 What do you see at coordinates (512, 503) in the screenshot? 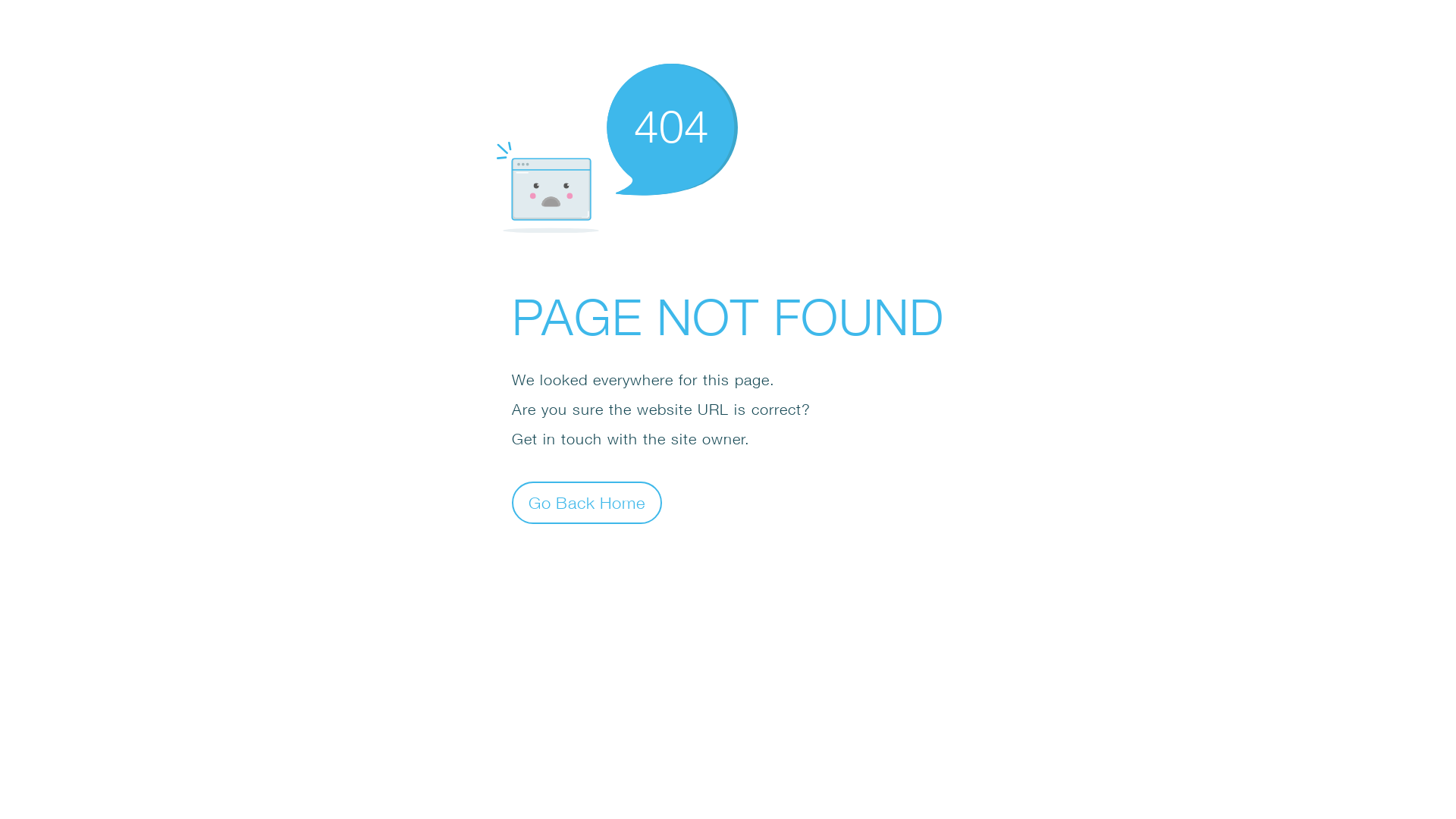
I see `'Go Back Home'` at bounding box center [512, 503].